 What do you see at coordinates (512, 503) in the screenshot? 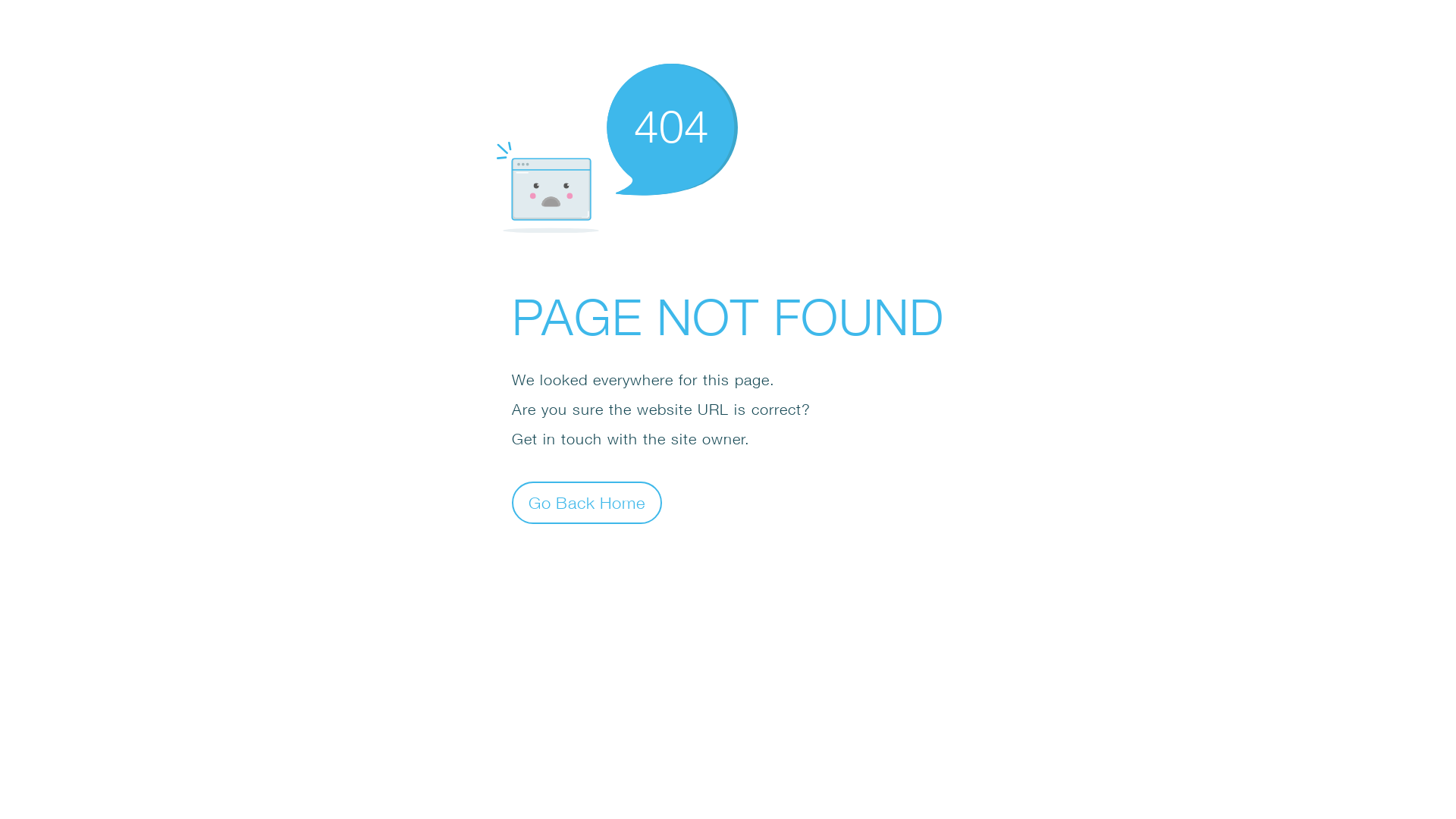
I see `'Go Back Home'` at bounding box center [512, 503].